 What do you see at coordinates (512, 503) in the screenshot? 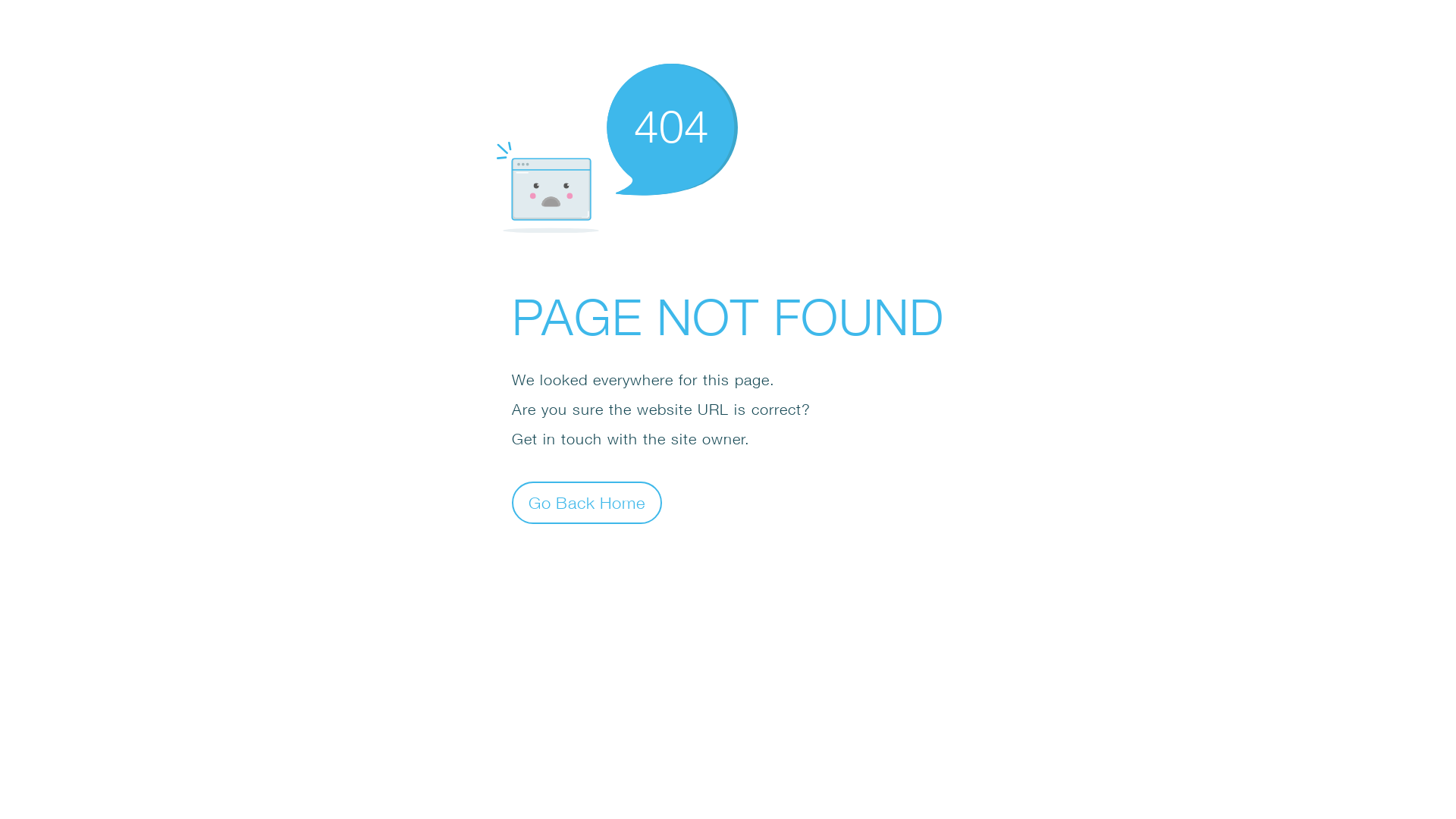
I see `'Go Back Home'` at bounding box center [512, 503].